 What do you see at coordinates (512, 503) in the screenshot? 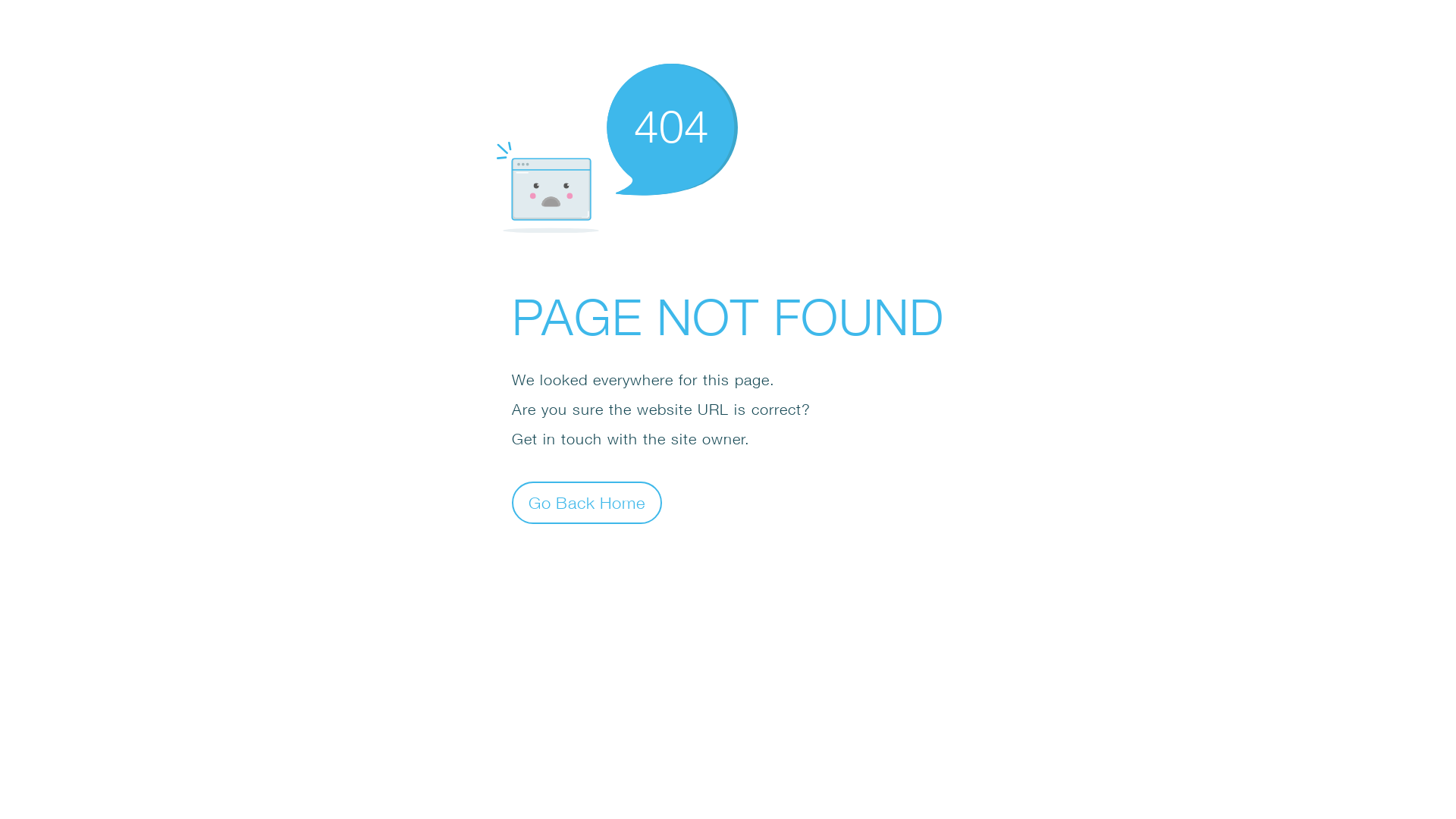
I see `'Go Back Home'` at bounding box center [512, 503].